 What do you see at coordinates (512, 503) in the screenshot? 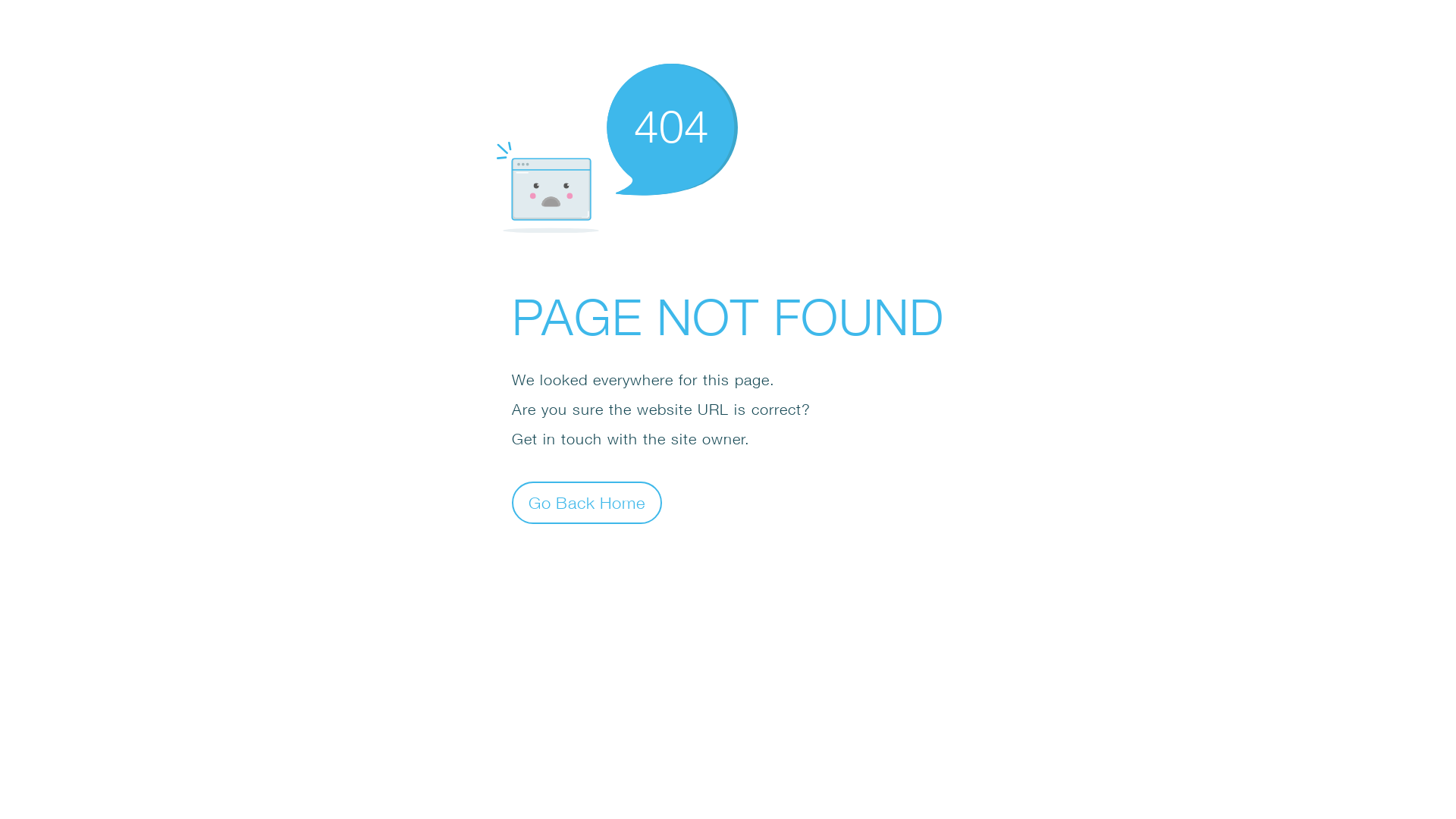
I see `'Go Back Home'` at bounding box center [512, 503].